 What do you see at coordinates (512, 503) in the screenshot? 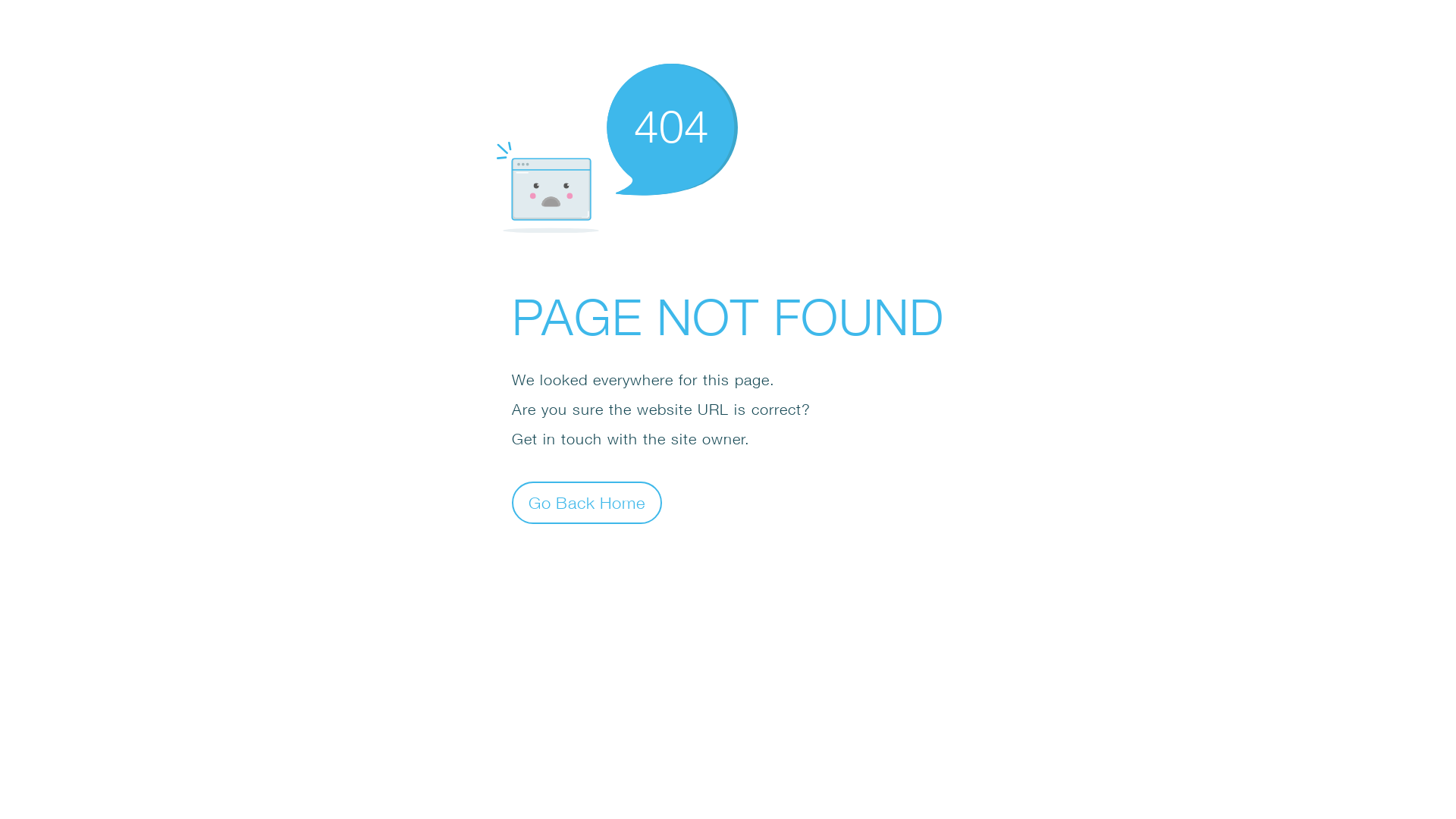
I see `'Go Back Home'` at bounding box center [512, 503].